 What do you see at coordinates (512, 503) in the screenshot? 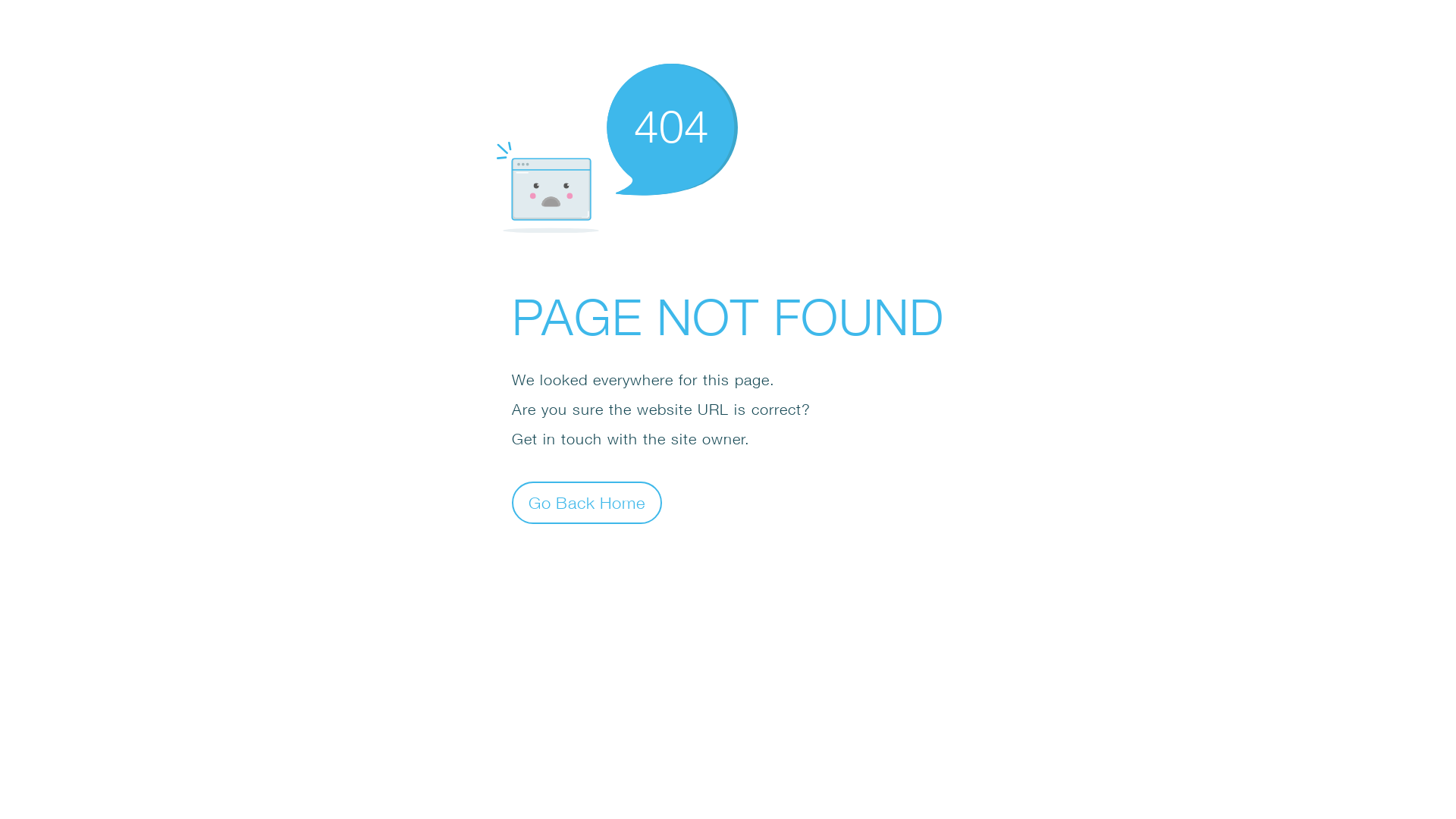
I see `'Go Back Home'` at bounding box center [512, 503].